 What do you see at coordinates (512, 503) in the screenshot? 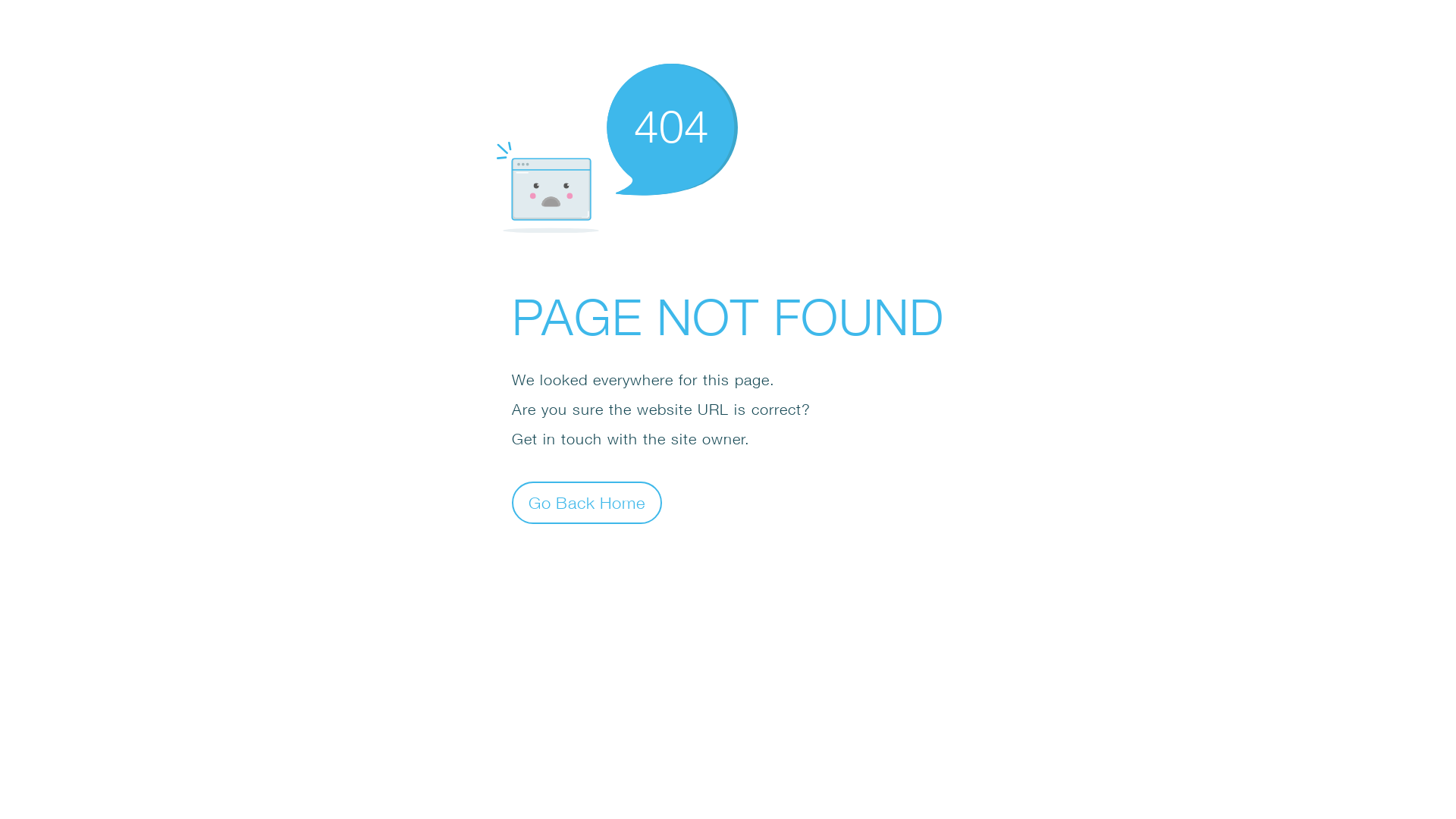
I see `'Go Back Home'` at bounding box center [512, 503].